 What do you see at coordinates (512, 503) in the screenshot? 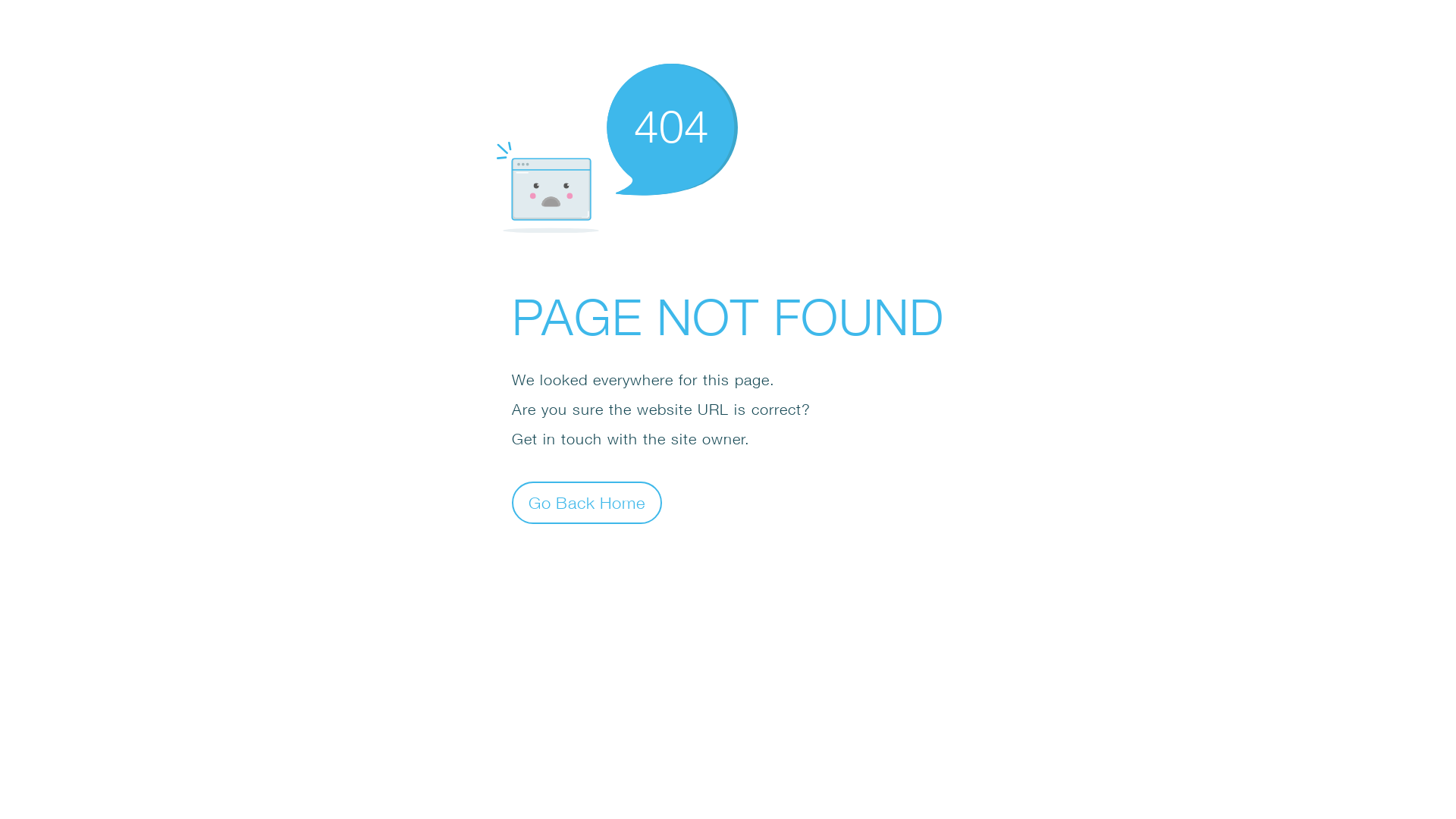
I see `'Go Back Home'` at bounding box center [512, 503].